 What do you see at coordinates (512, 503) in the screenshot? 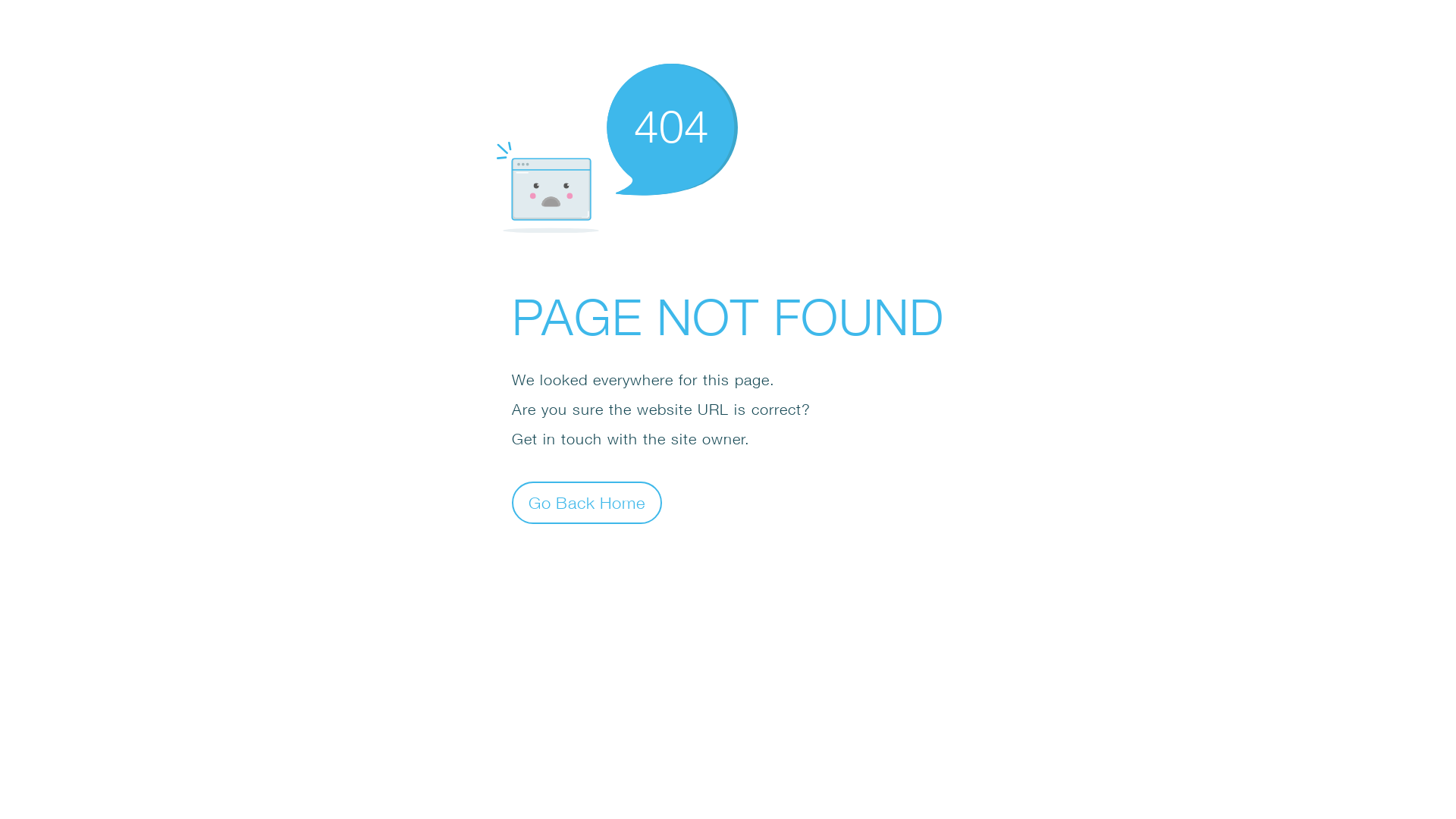
I see `'Go Back Home'` at bounding box center [512, 503].